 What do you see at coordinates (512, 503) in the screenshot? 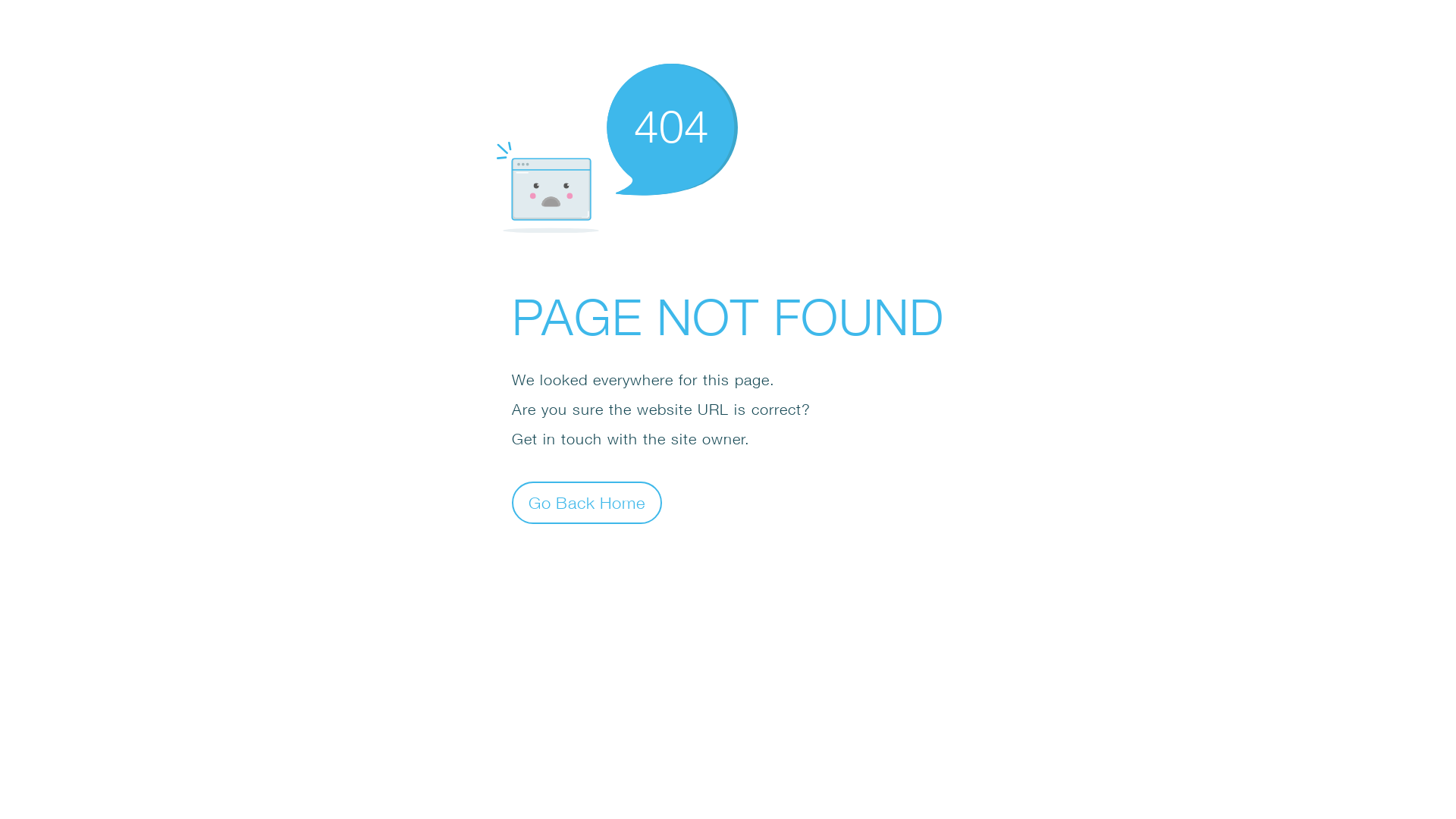
I see `'Go Back Home'` at bounding box center [512, 503].